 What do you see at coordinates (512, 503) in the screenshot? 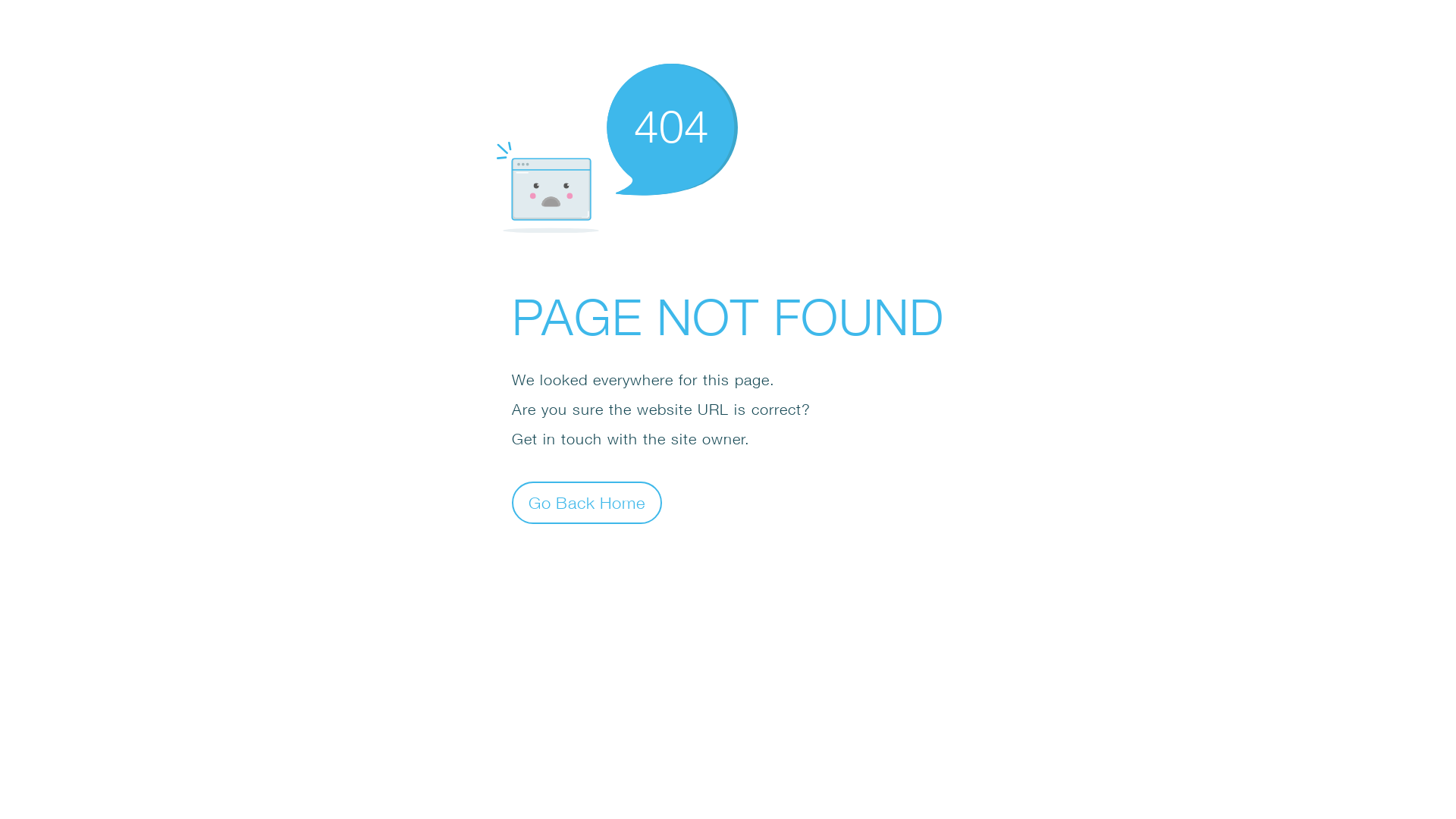
I see `'Go Back Home'` at bounding box center [512, 503].